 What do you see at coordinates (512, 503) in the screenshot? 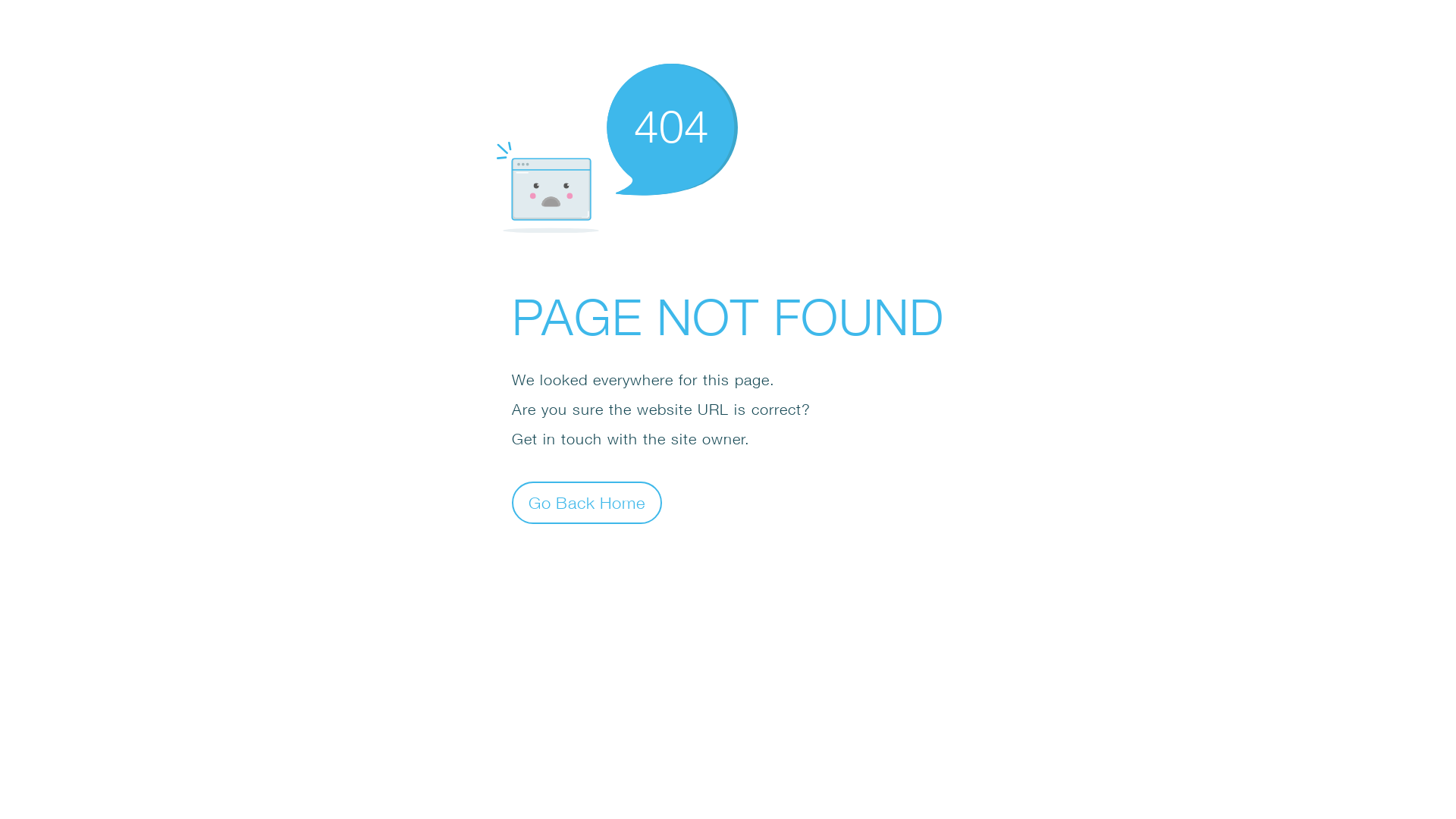
I see `'Go Back Home'` at bounding box center [512, 503].